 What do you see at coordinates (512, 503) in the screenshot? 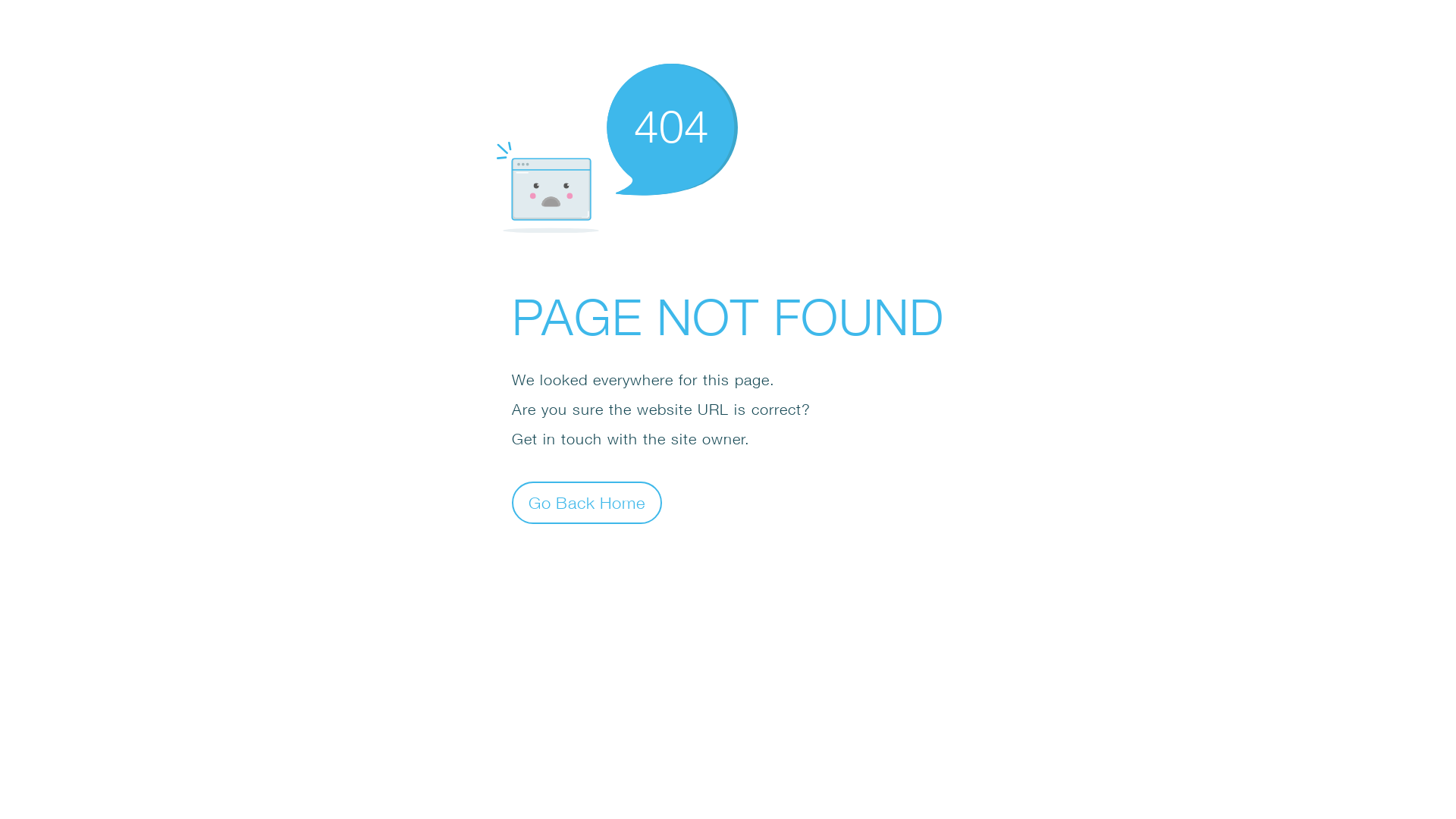
I see `'Go Back Home'` at bounding box center [512, 503].